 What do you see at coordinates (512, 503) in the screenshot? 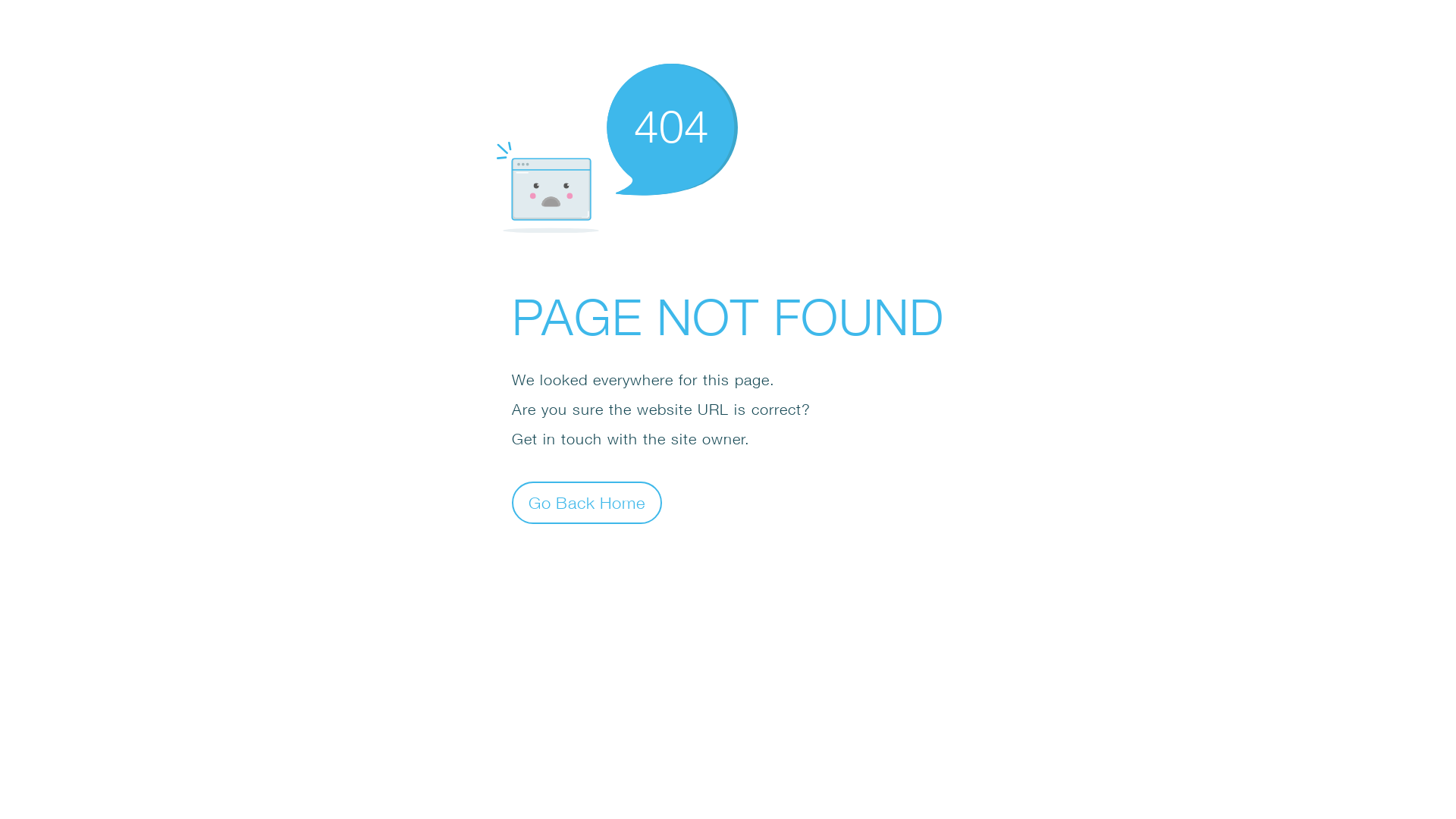
I see `'Go Back Home'` at bounding box center [512, 503].